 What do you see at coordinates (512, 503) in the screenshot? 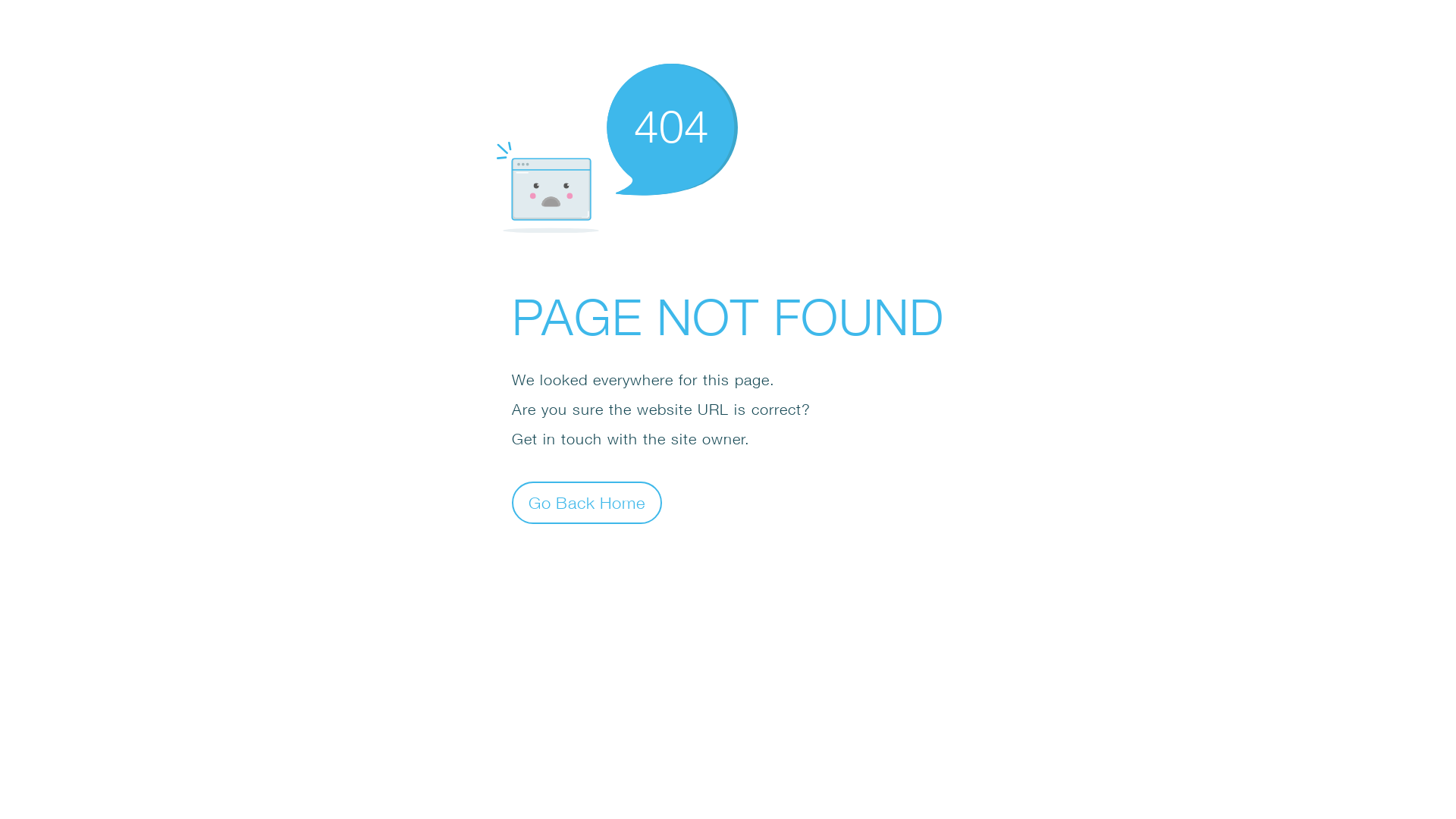
I see `'Go Back Home'` at bounding box center [512, 503].